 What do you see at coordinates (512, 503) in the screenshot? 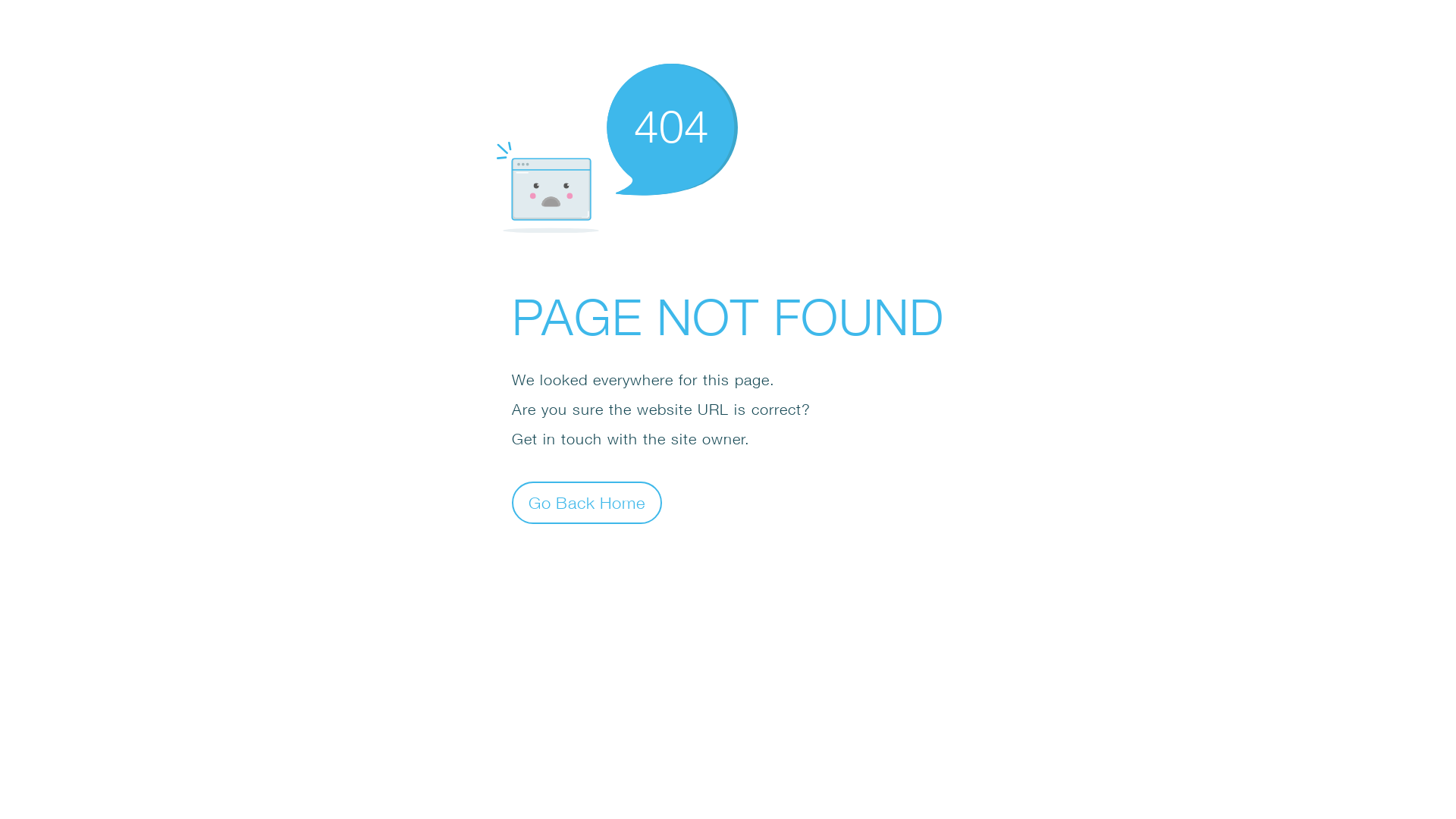
I see `'Go Back Home'` at bounding box center [512, 503].